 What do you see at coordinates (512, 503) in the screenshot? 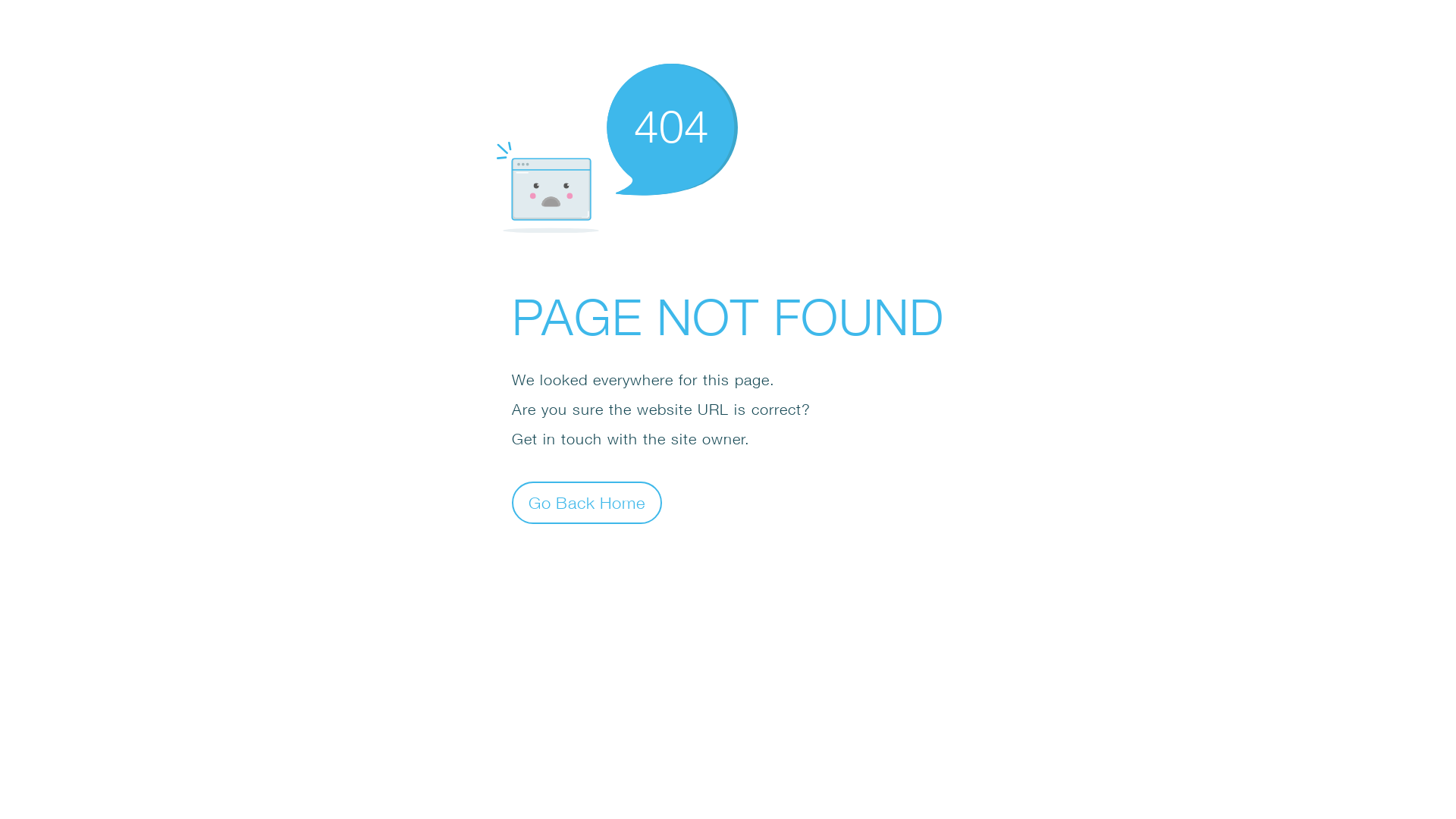
I see `'Go Back Home'` at bounding box center [512, 503].